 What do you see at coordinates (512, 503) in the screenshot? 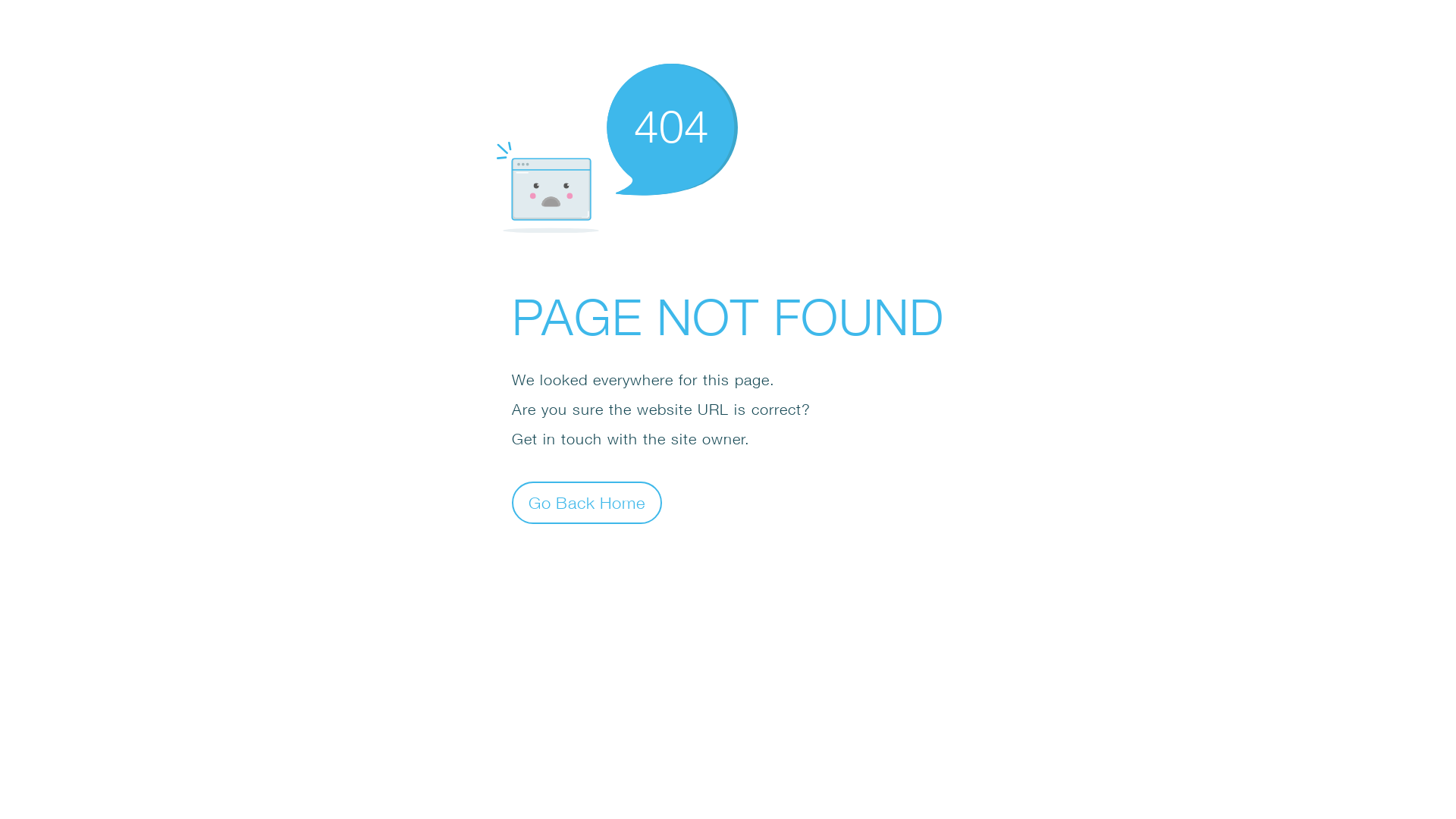
I see `'Go Back Home'` at bounding box center [512, 503].